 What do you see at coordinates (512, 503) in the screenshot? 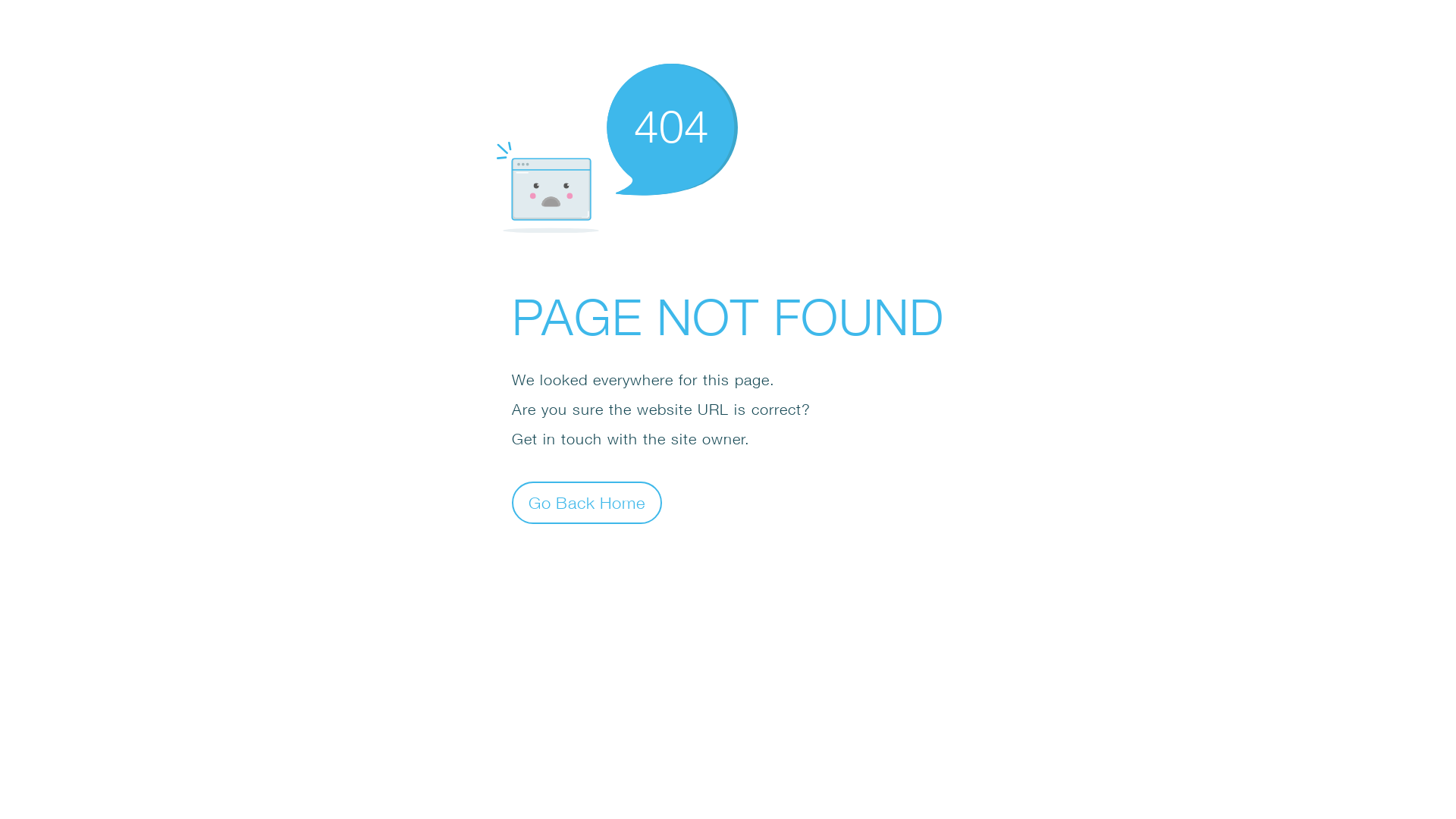
I see `'Go Back Home'` at bounding box center [512, 503].